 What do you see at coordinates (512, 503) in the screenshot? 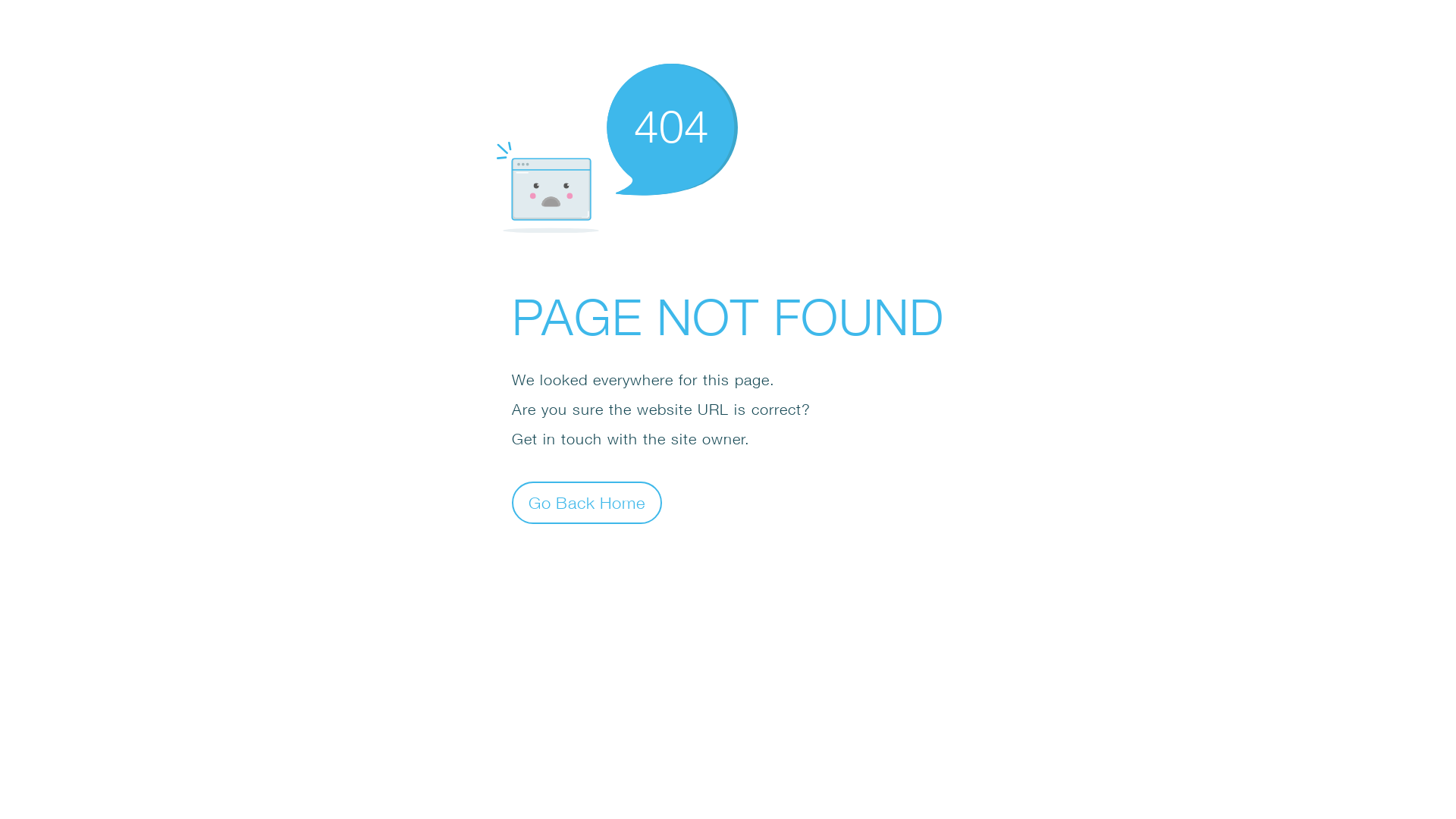
I see `'Go Back Home'` at bounding box center [512, 503].